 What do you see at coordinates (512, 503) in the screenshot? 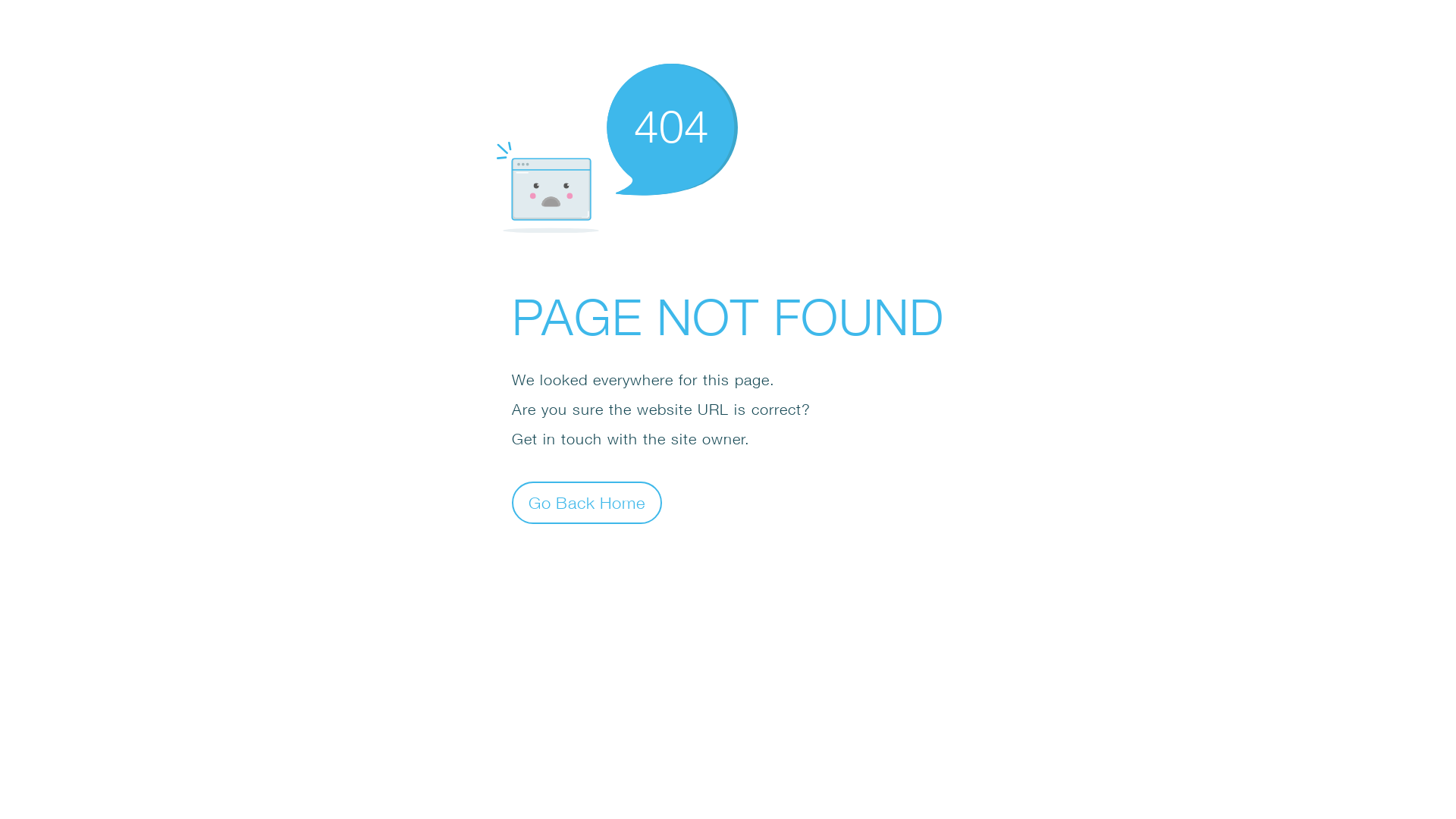
I see `'Go Back Home'` at bounding box center [512, 503].